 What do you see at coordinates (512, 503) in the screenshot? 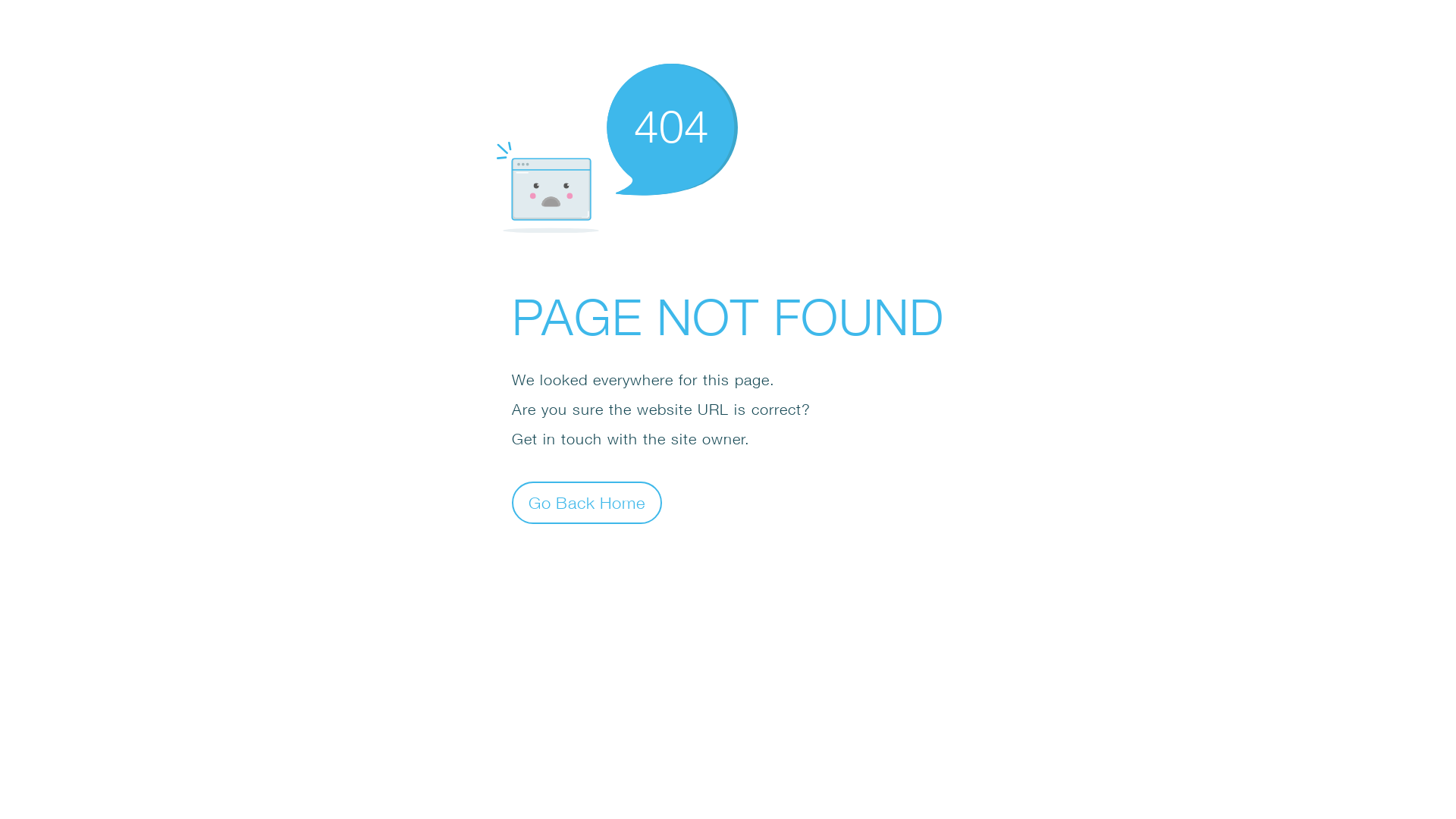
I see `'Go Back Home'` at bounding box center [512, 503].